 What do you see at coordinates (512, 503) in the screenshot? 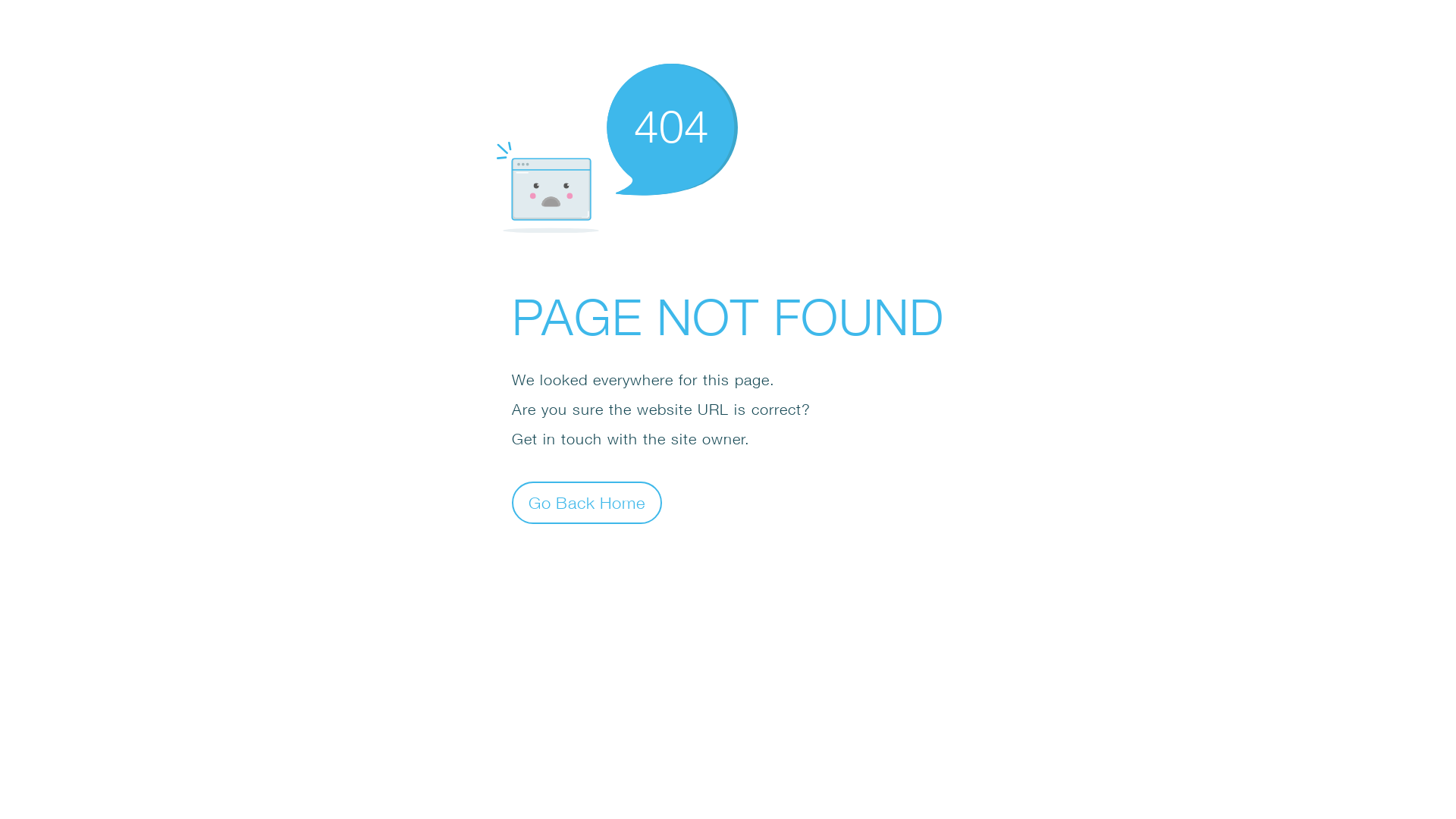
I see `'Go Back Home'` at bounding box center [512, 503].